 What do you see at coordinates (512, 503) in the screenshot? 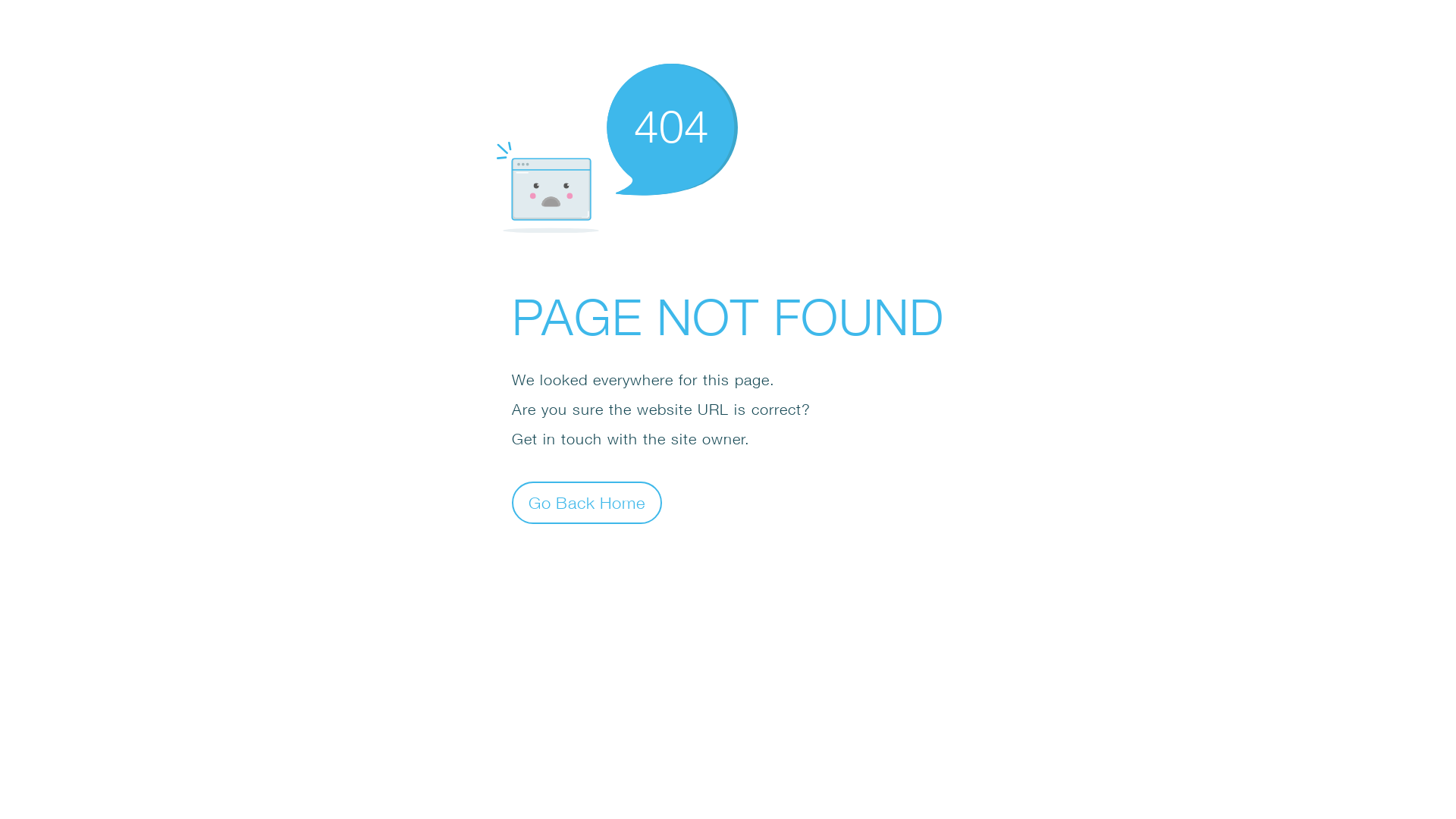
I see `'Go Back Home'` at bounding box center [512, 503].